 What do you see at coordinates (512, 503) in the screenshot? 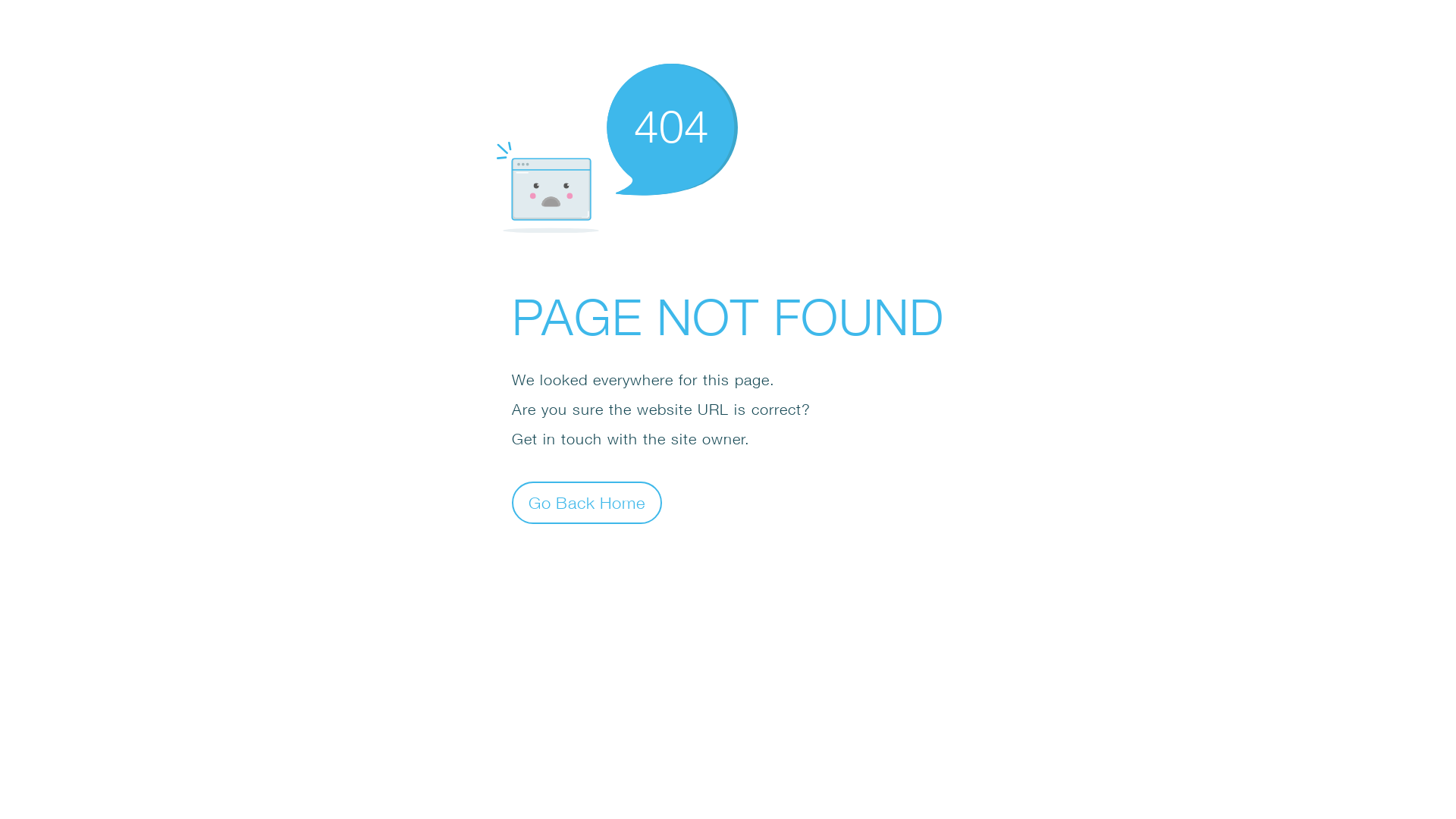
I see `'Go Back Home'` at bounding box center [512, 503].